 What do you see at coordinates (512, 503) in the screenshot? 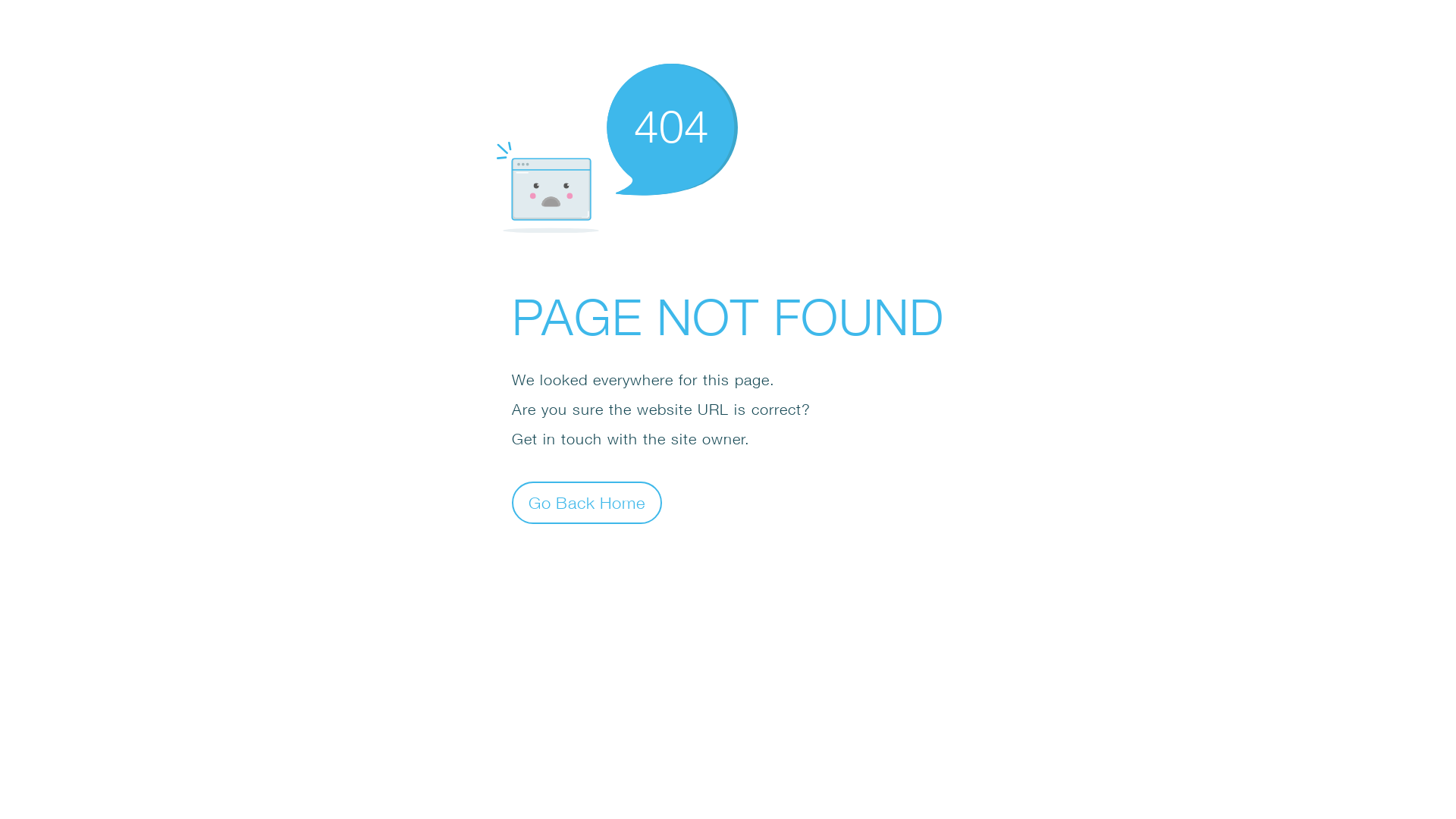
I see `'Go Back Home'` at bounding box center [512, 503].